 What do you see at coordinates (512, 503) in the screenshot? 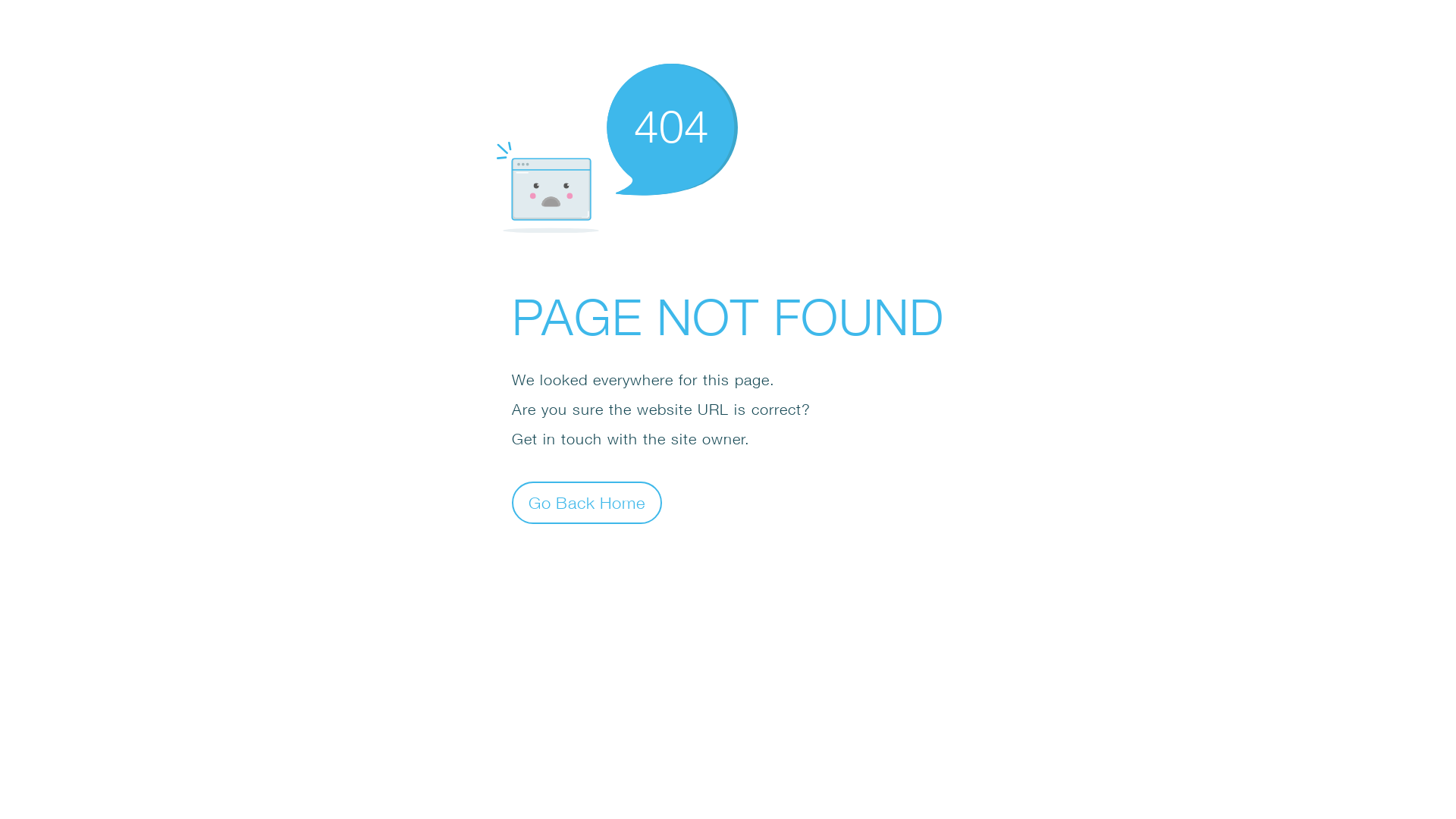
I see `'Go Back Home'` at bounding box center [512, 503].